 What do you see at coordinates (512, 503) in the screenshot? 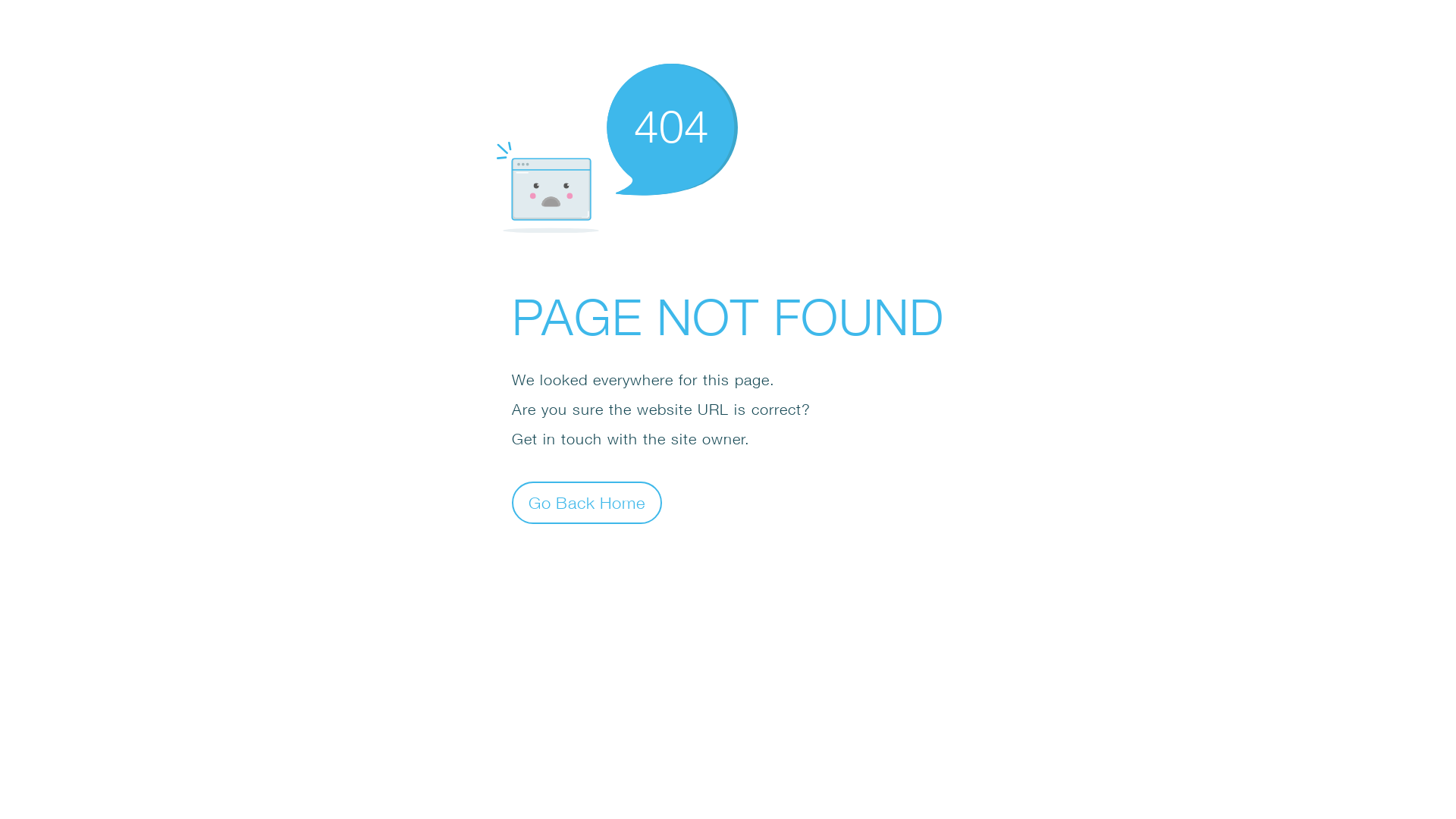
I see `'Go Back Home'` at bounding box center [512, 503].